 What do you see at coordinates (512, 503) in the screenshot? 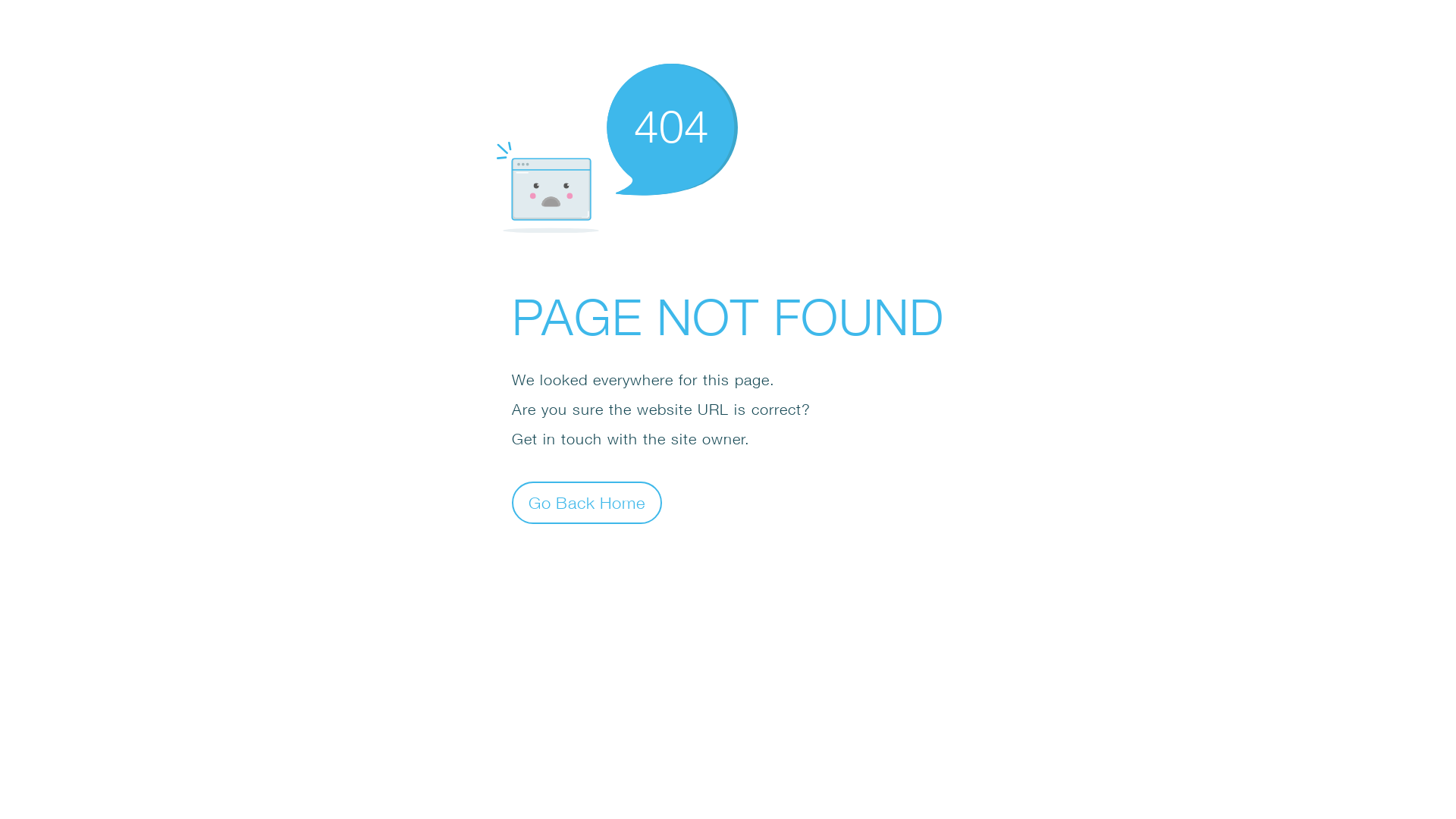
I see `'Go Back Home'` at bounding box center [512, 503].